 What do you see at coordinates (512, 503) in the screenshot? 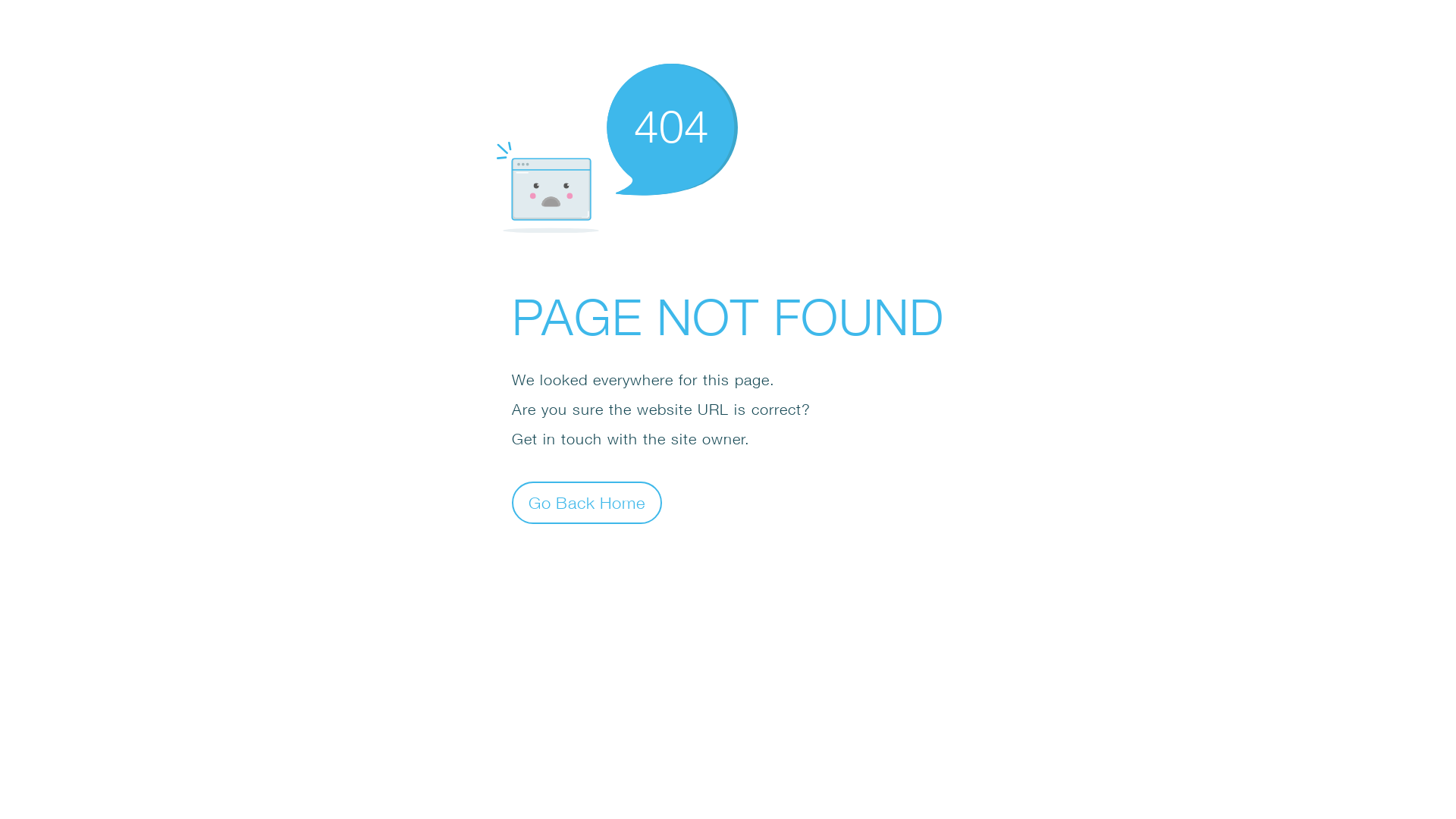
I see `'Go Back Home'` at bounding box center [512, 503].